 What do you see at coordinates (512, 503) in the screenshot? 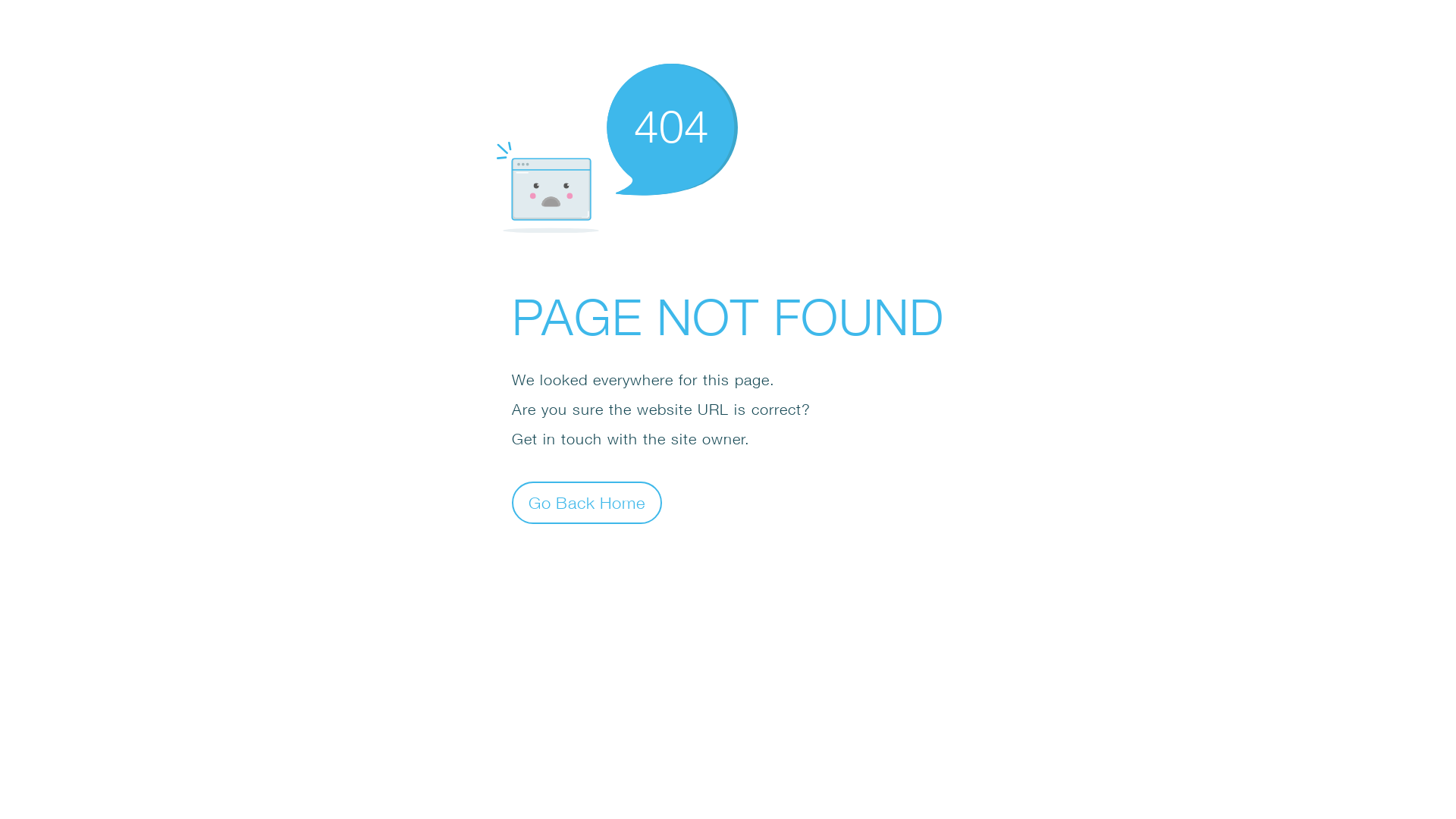
I see `'Go Back Home'` at bounding box center [512, 503].